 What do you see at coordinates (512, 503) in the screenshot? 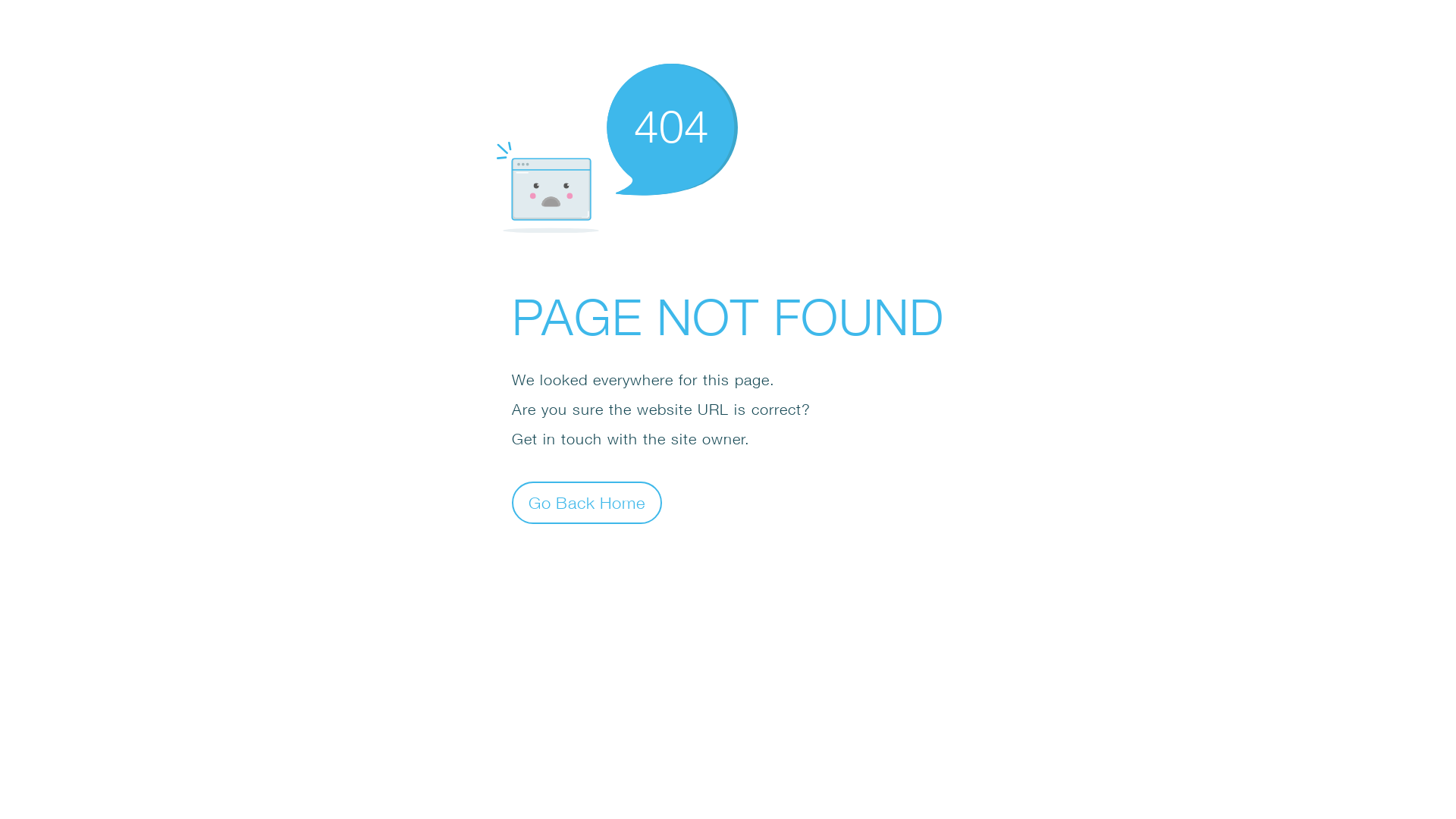
I see `'Go Back Home'` at bounding box center [512, 503].